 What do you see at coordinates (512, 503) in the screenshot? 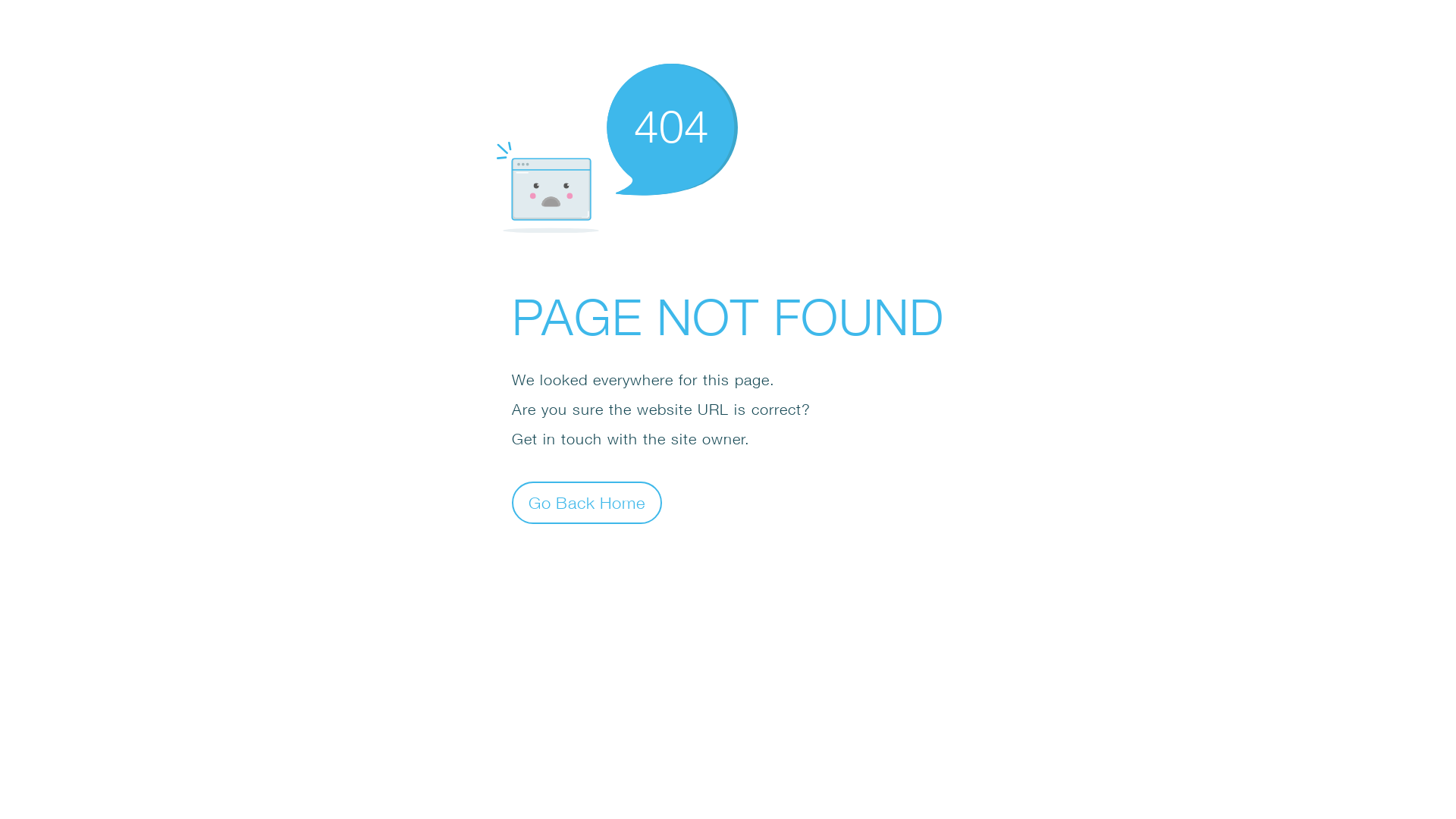
I see `'Go Back Home'` at bounding box center [512, 503].